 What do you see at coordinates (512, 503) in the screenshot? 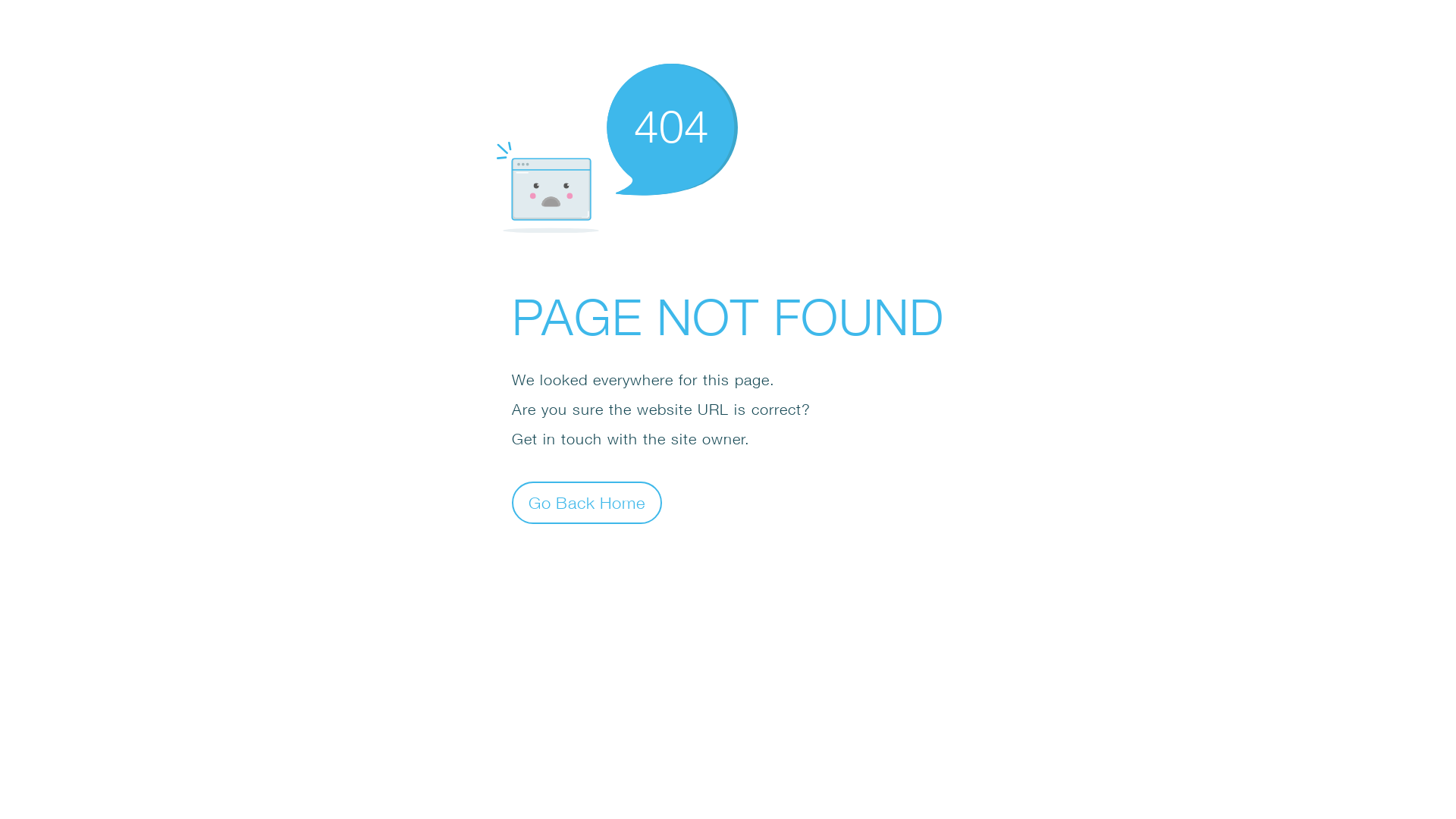
I see `'Go Back Home'` at bounding box center [512, 503].